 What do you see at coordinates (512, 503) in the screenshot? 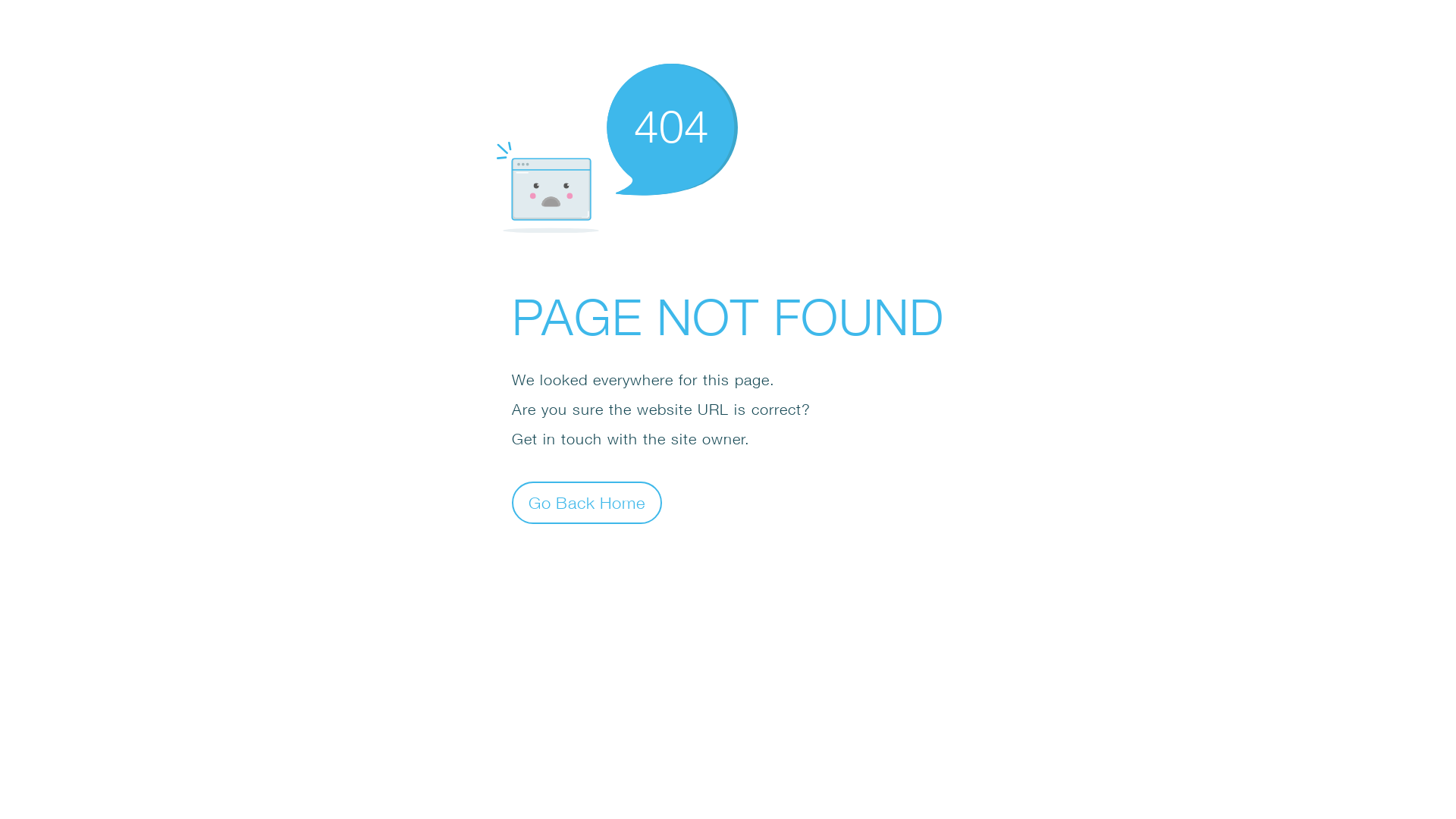
I see `'Go Back Home'` at bounding box center [512, 503].